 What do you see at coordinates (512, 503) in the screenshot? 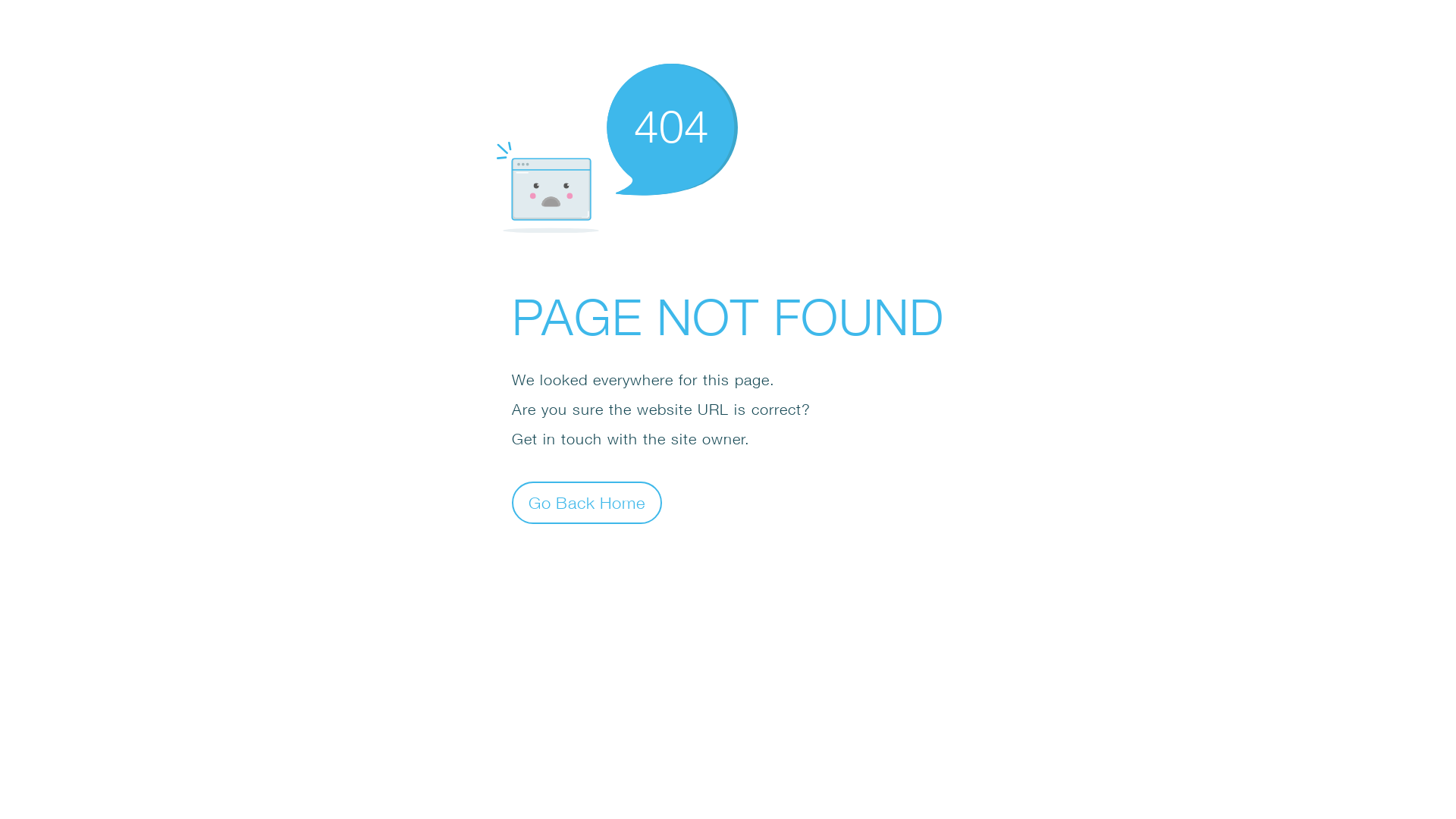
I see `'Go Back Home'` at bounding box center [512, 503].